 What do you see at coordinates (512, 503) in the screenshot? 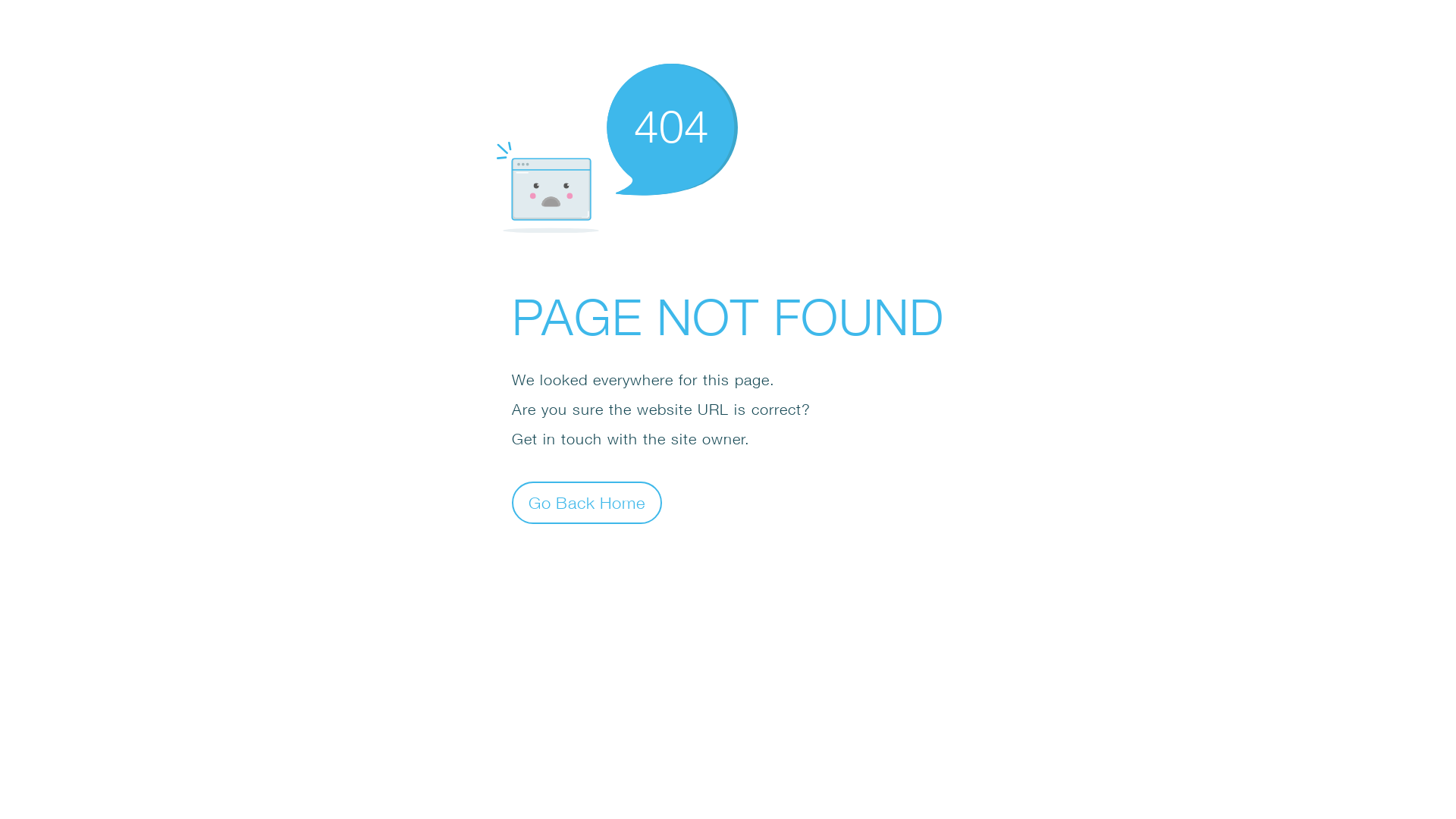
I see `'Go Back Home'` at bounding box center [512, 503].